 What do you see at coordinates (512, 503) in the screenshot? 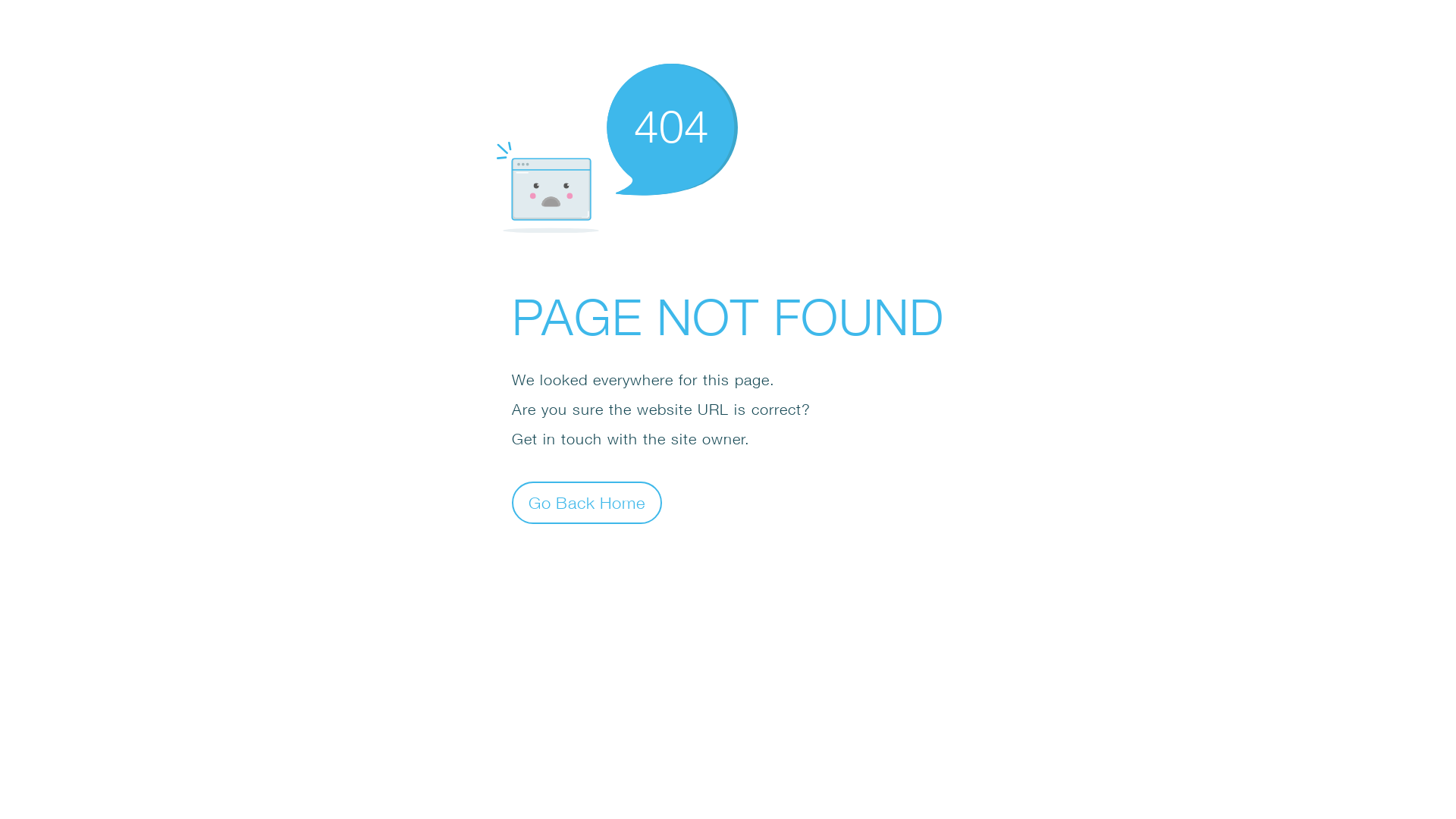
I see `'Go Back Home'` at bounding box center [512, 503].